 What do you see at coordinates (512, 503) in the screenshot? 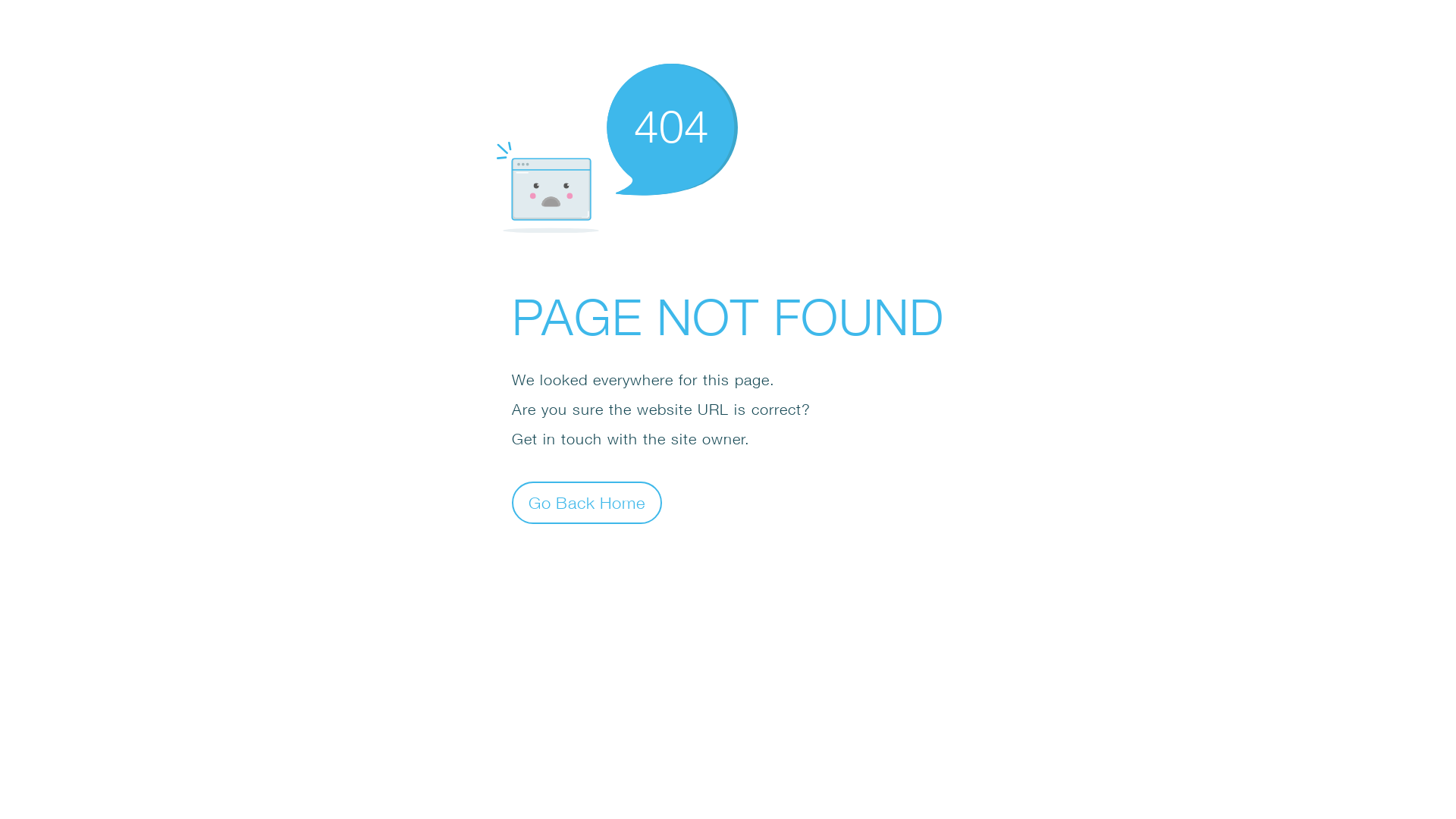
I see `'Go Back Home'` at bounding box center [512, 503].